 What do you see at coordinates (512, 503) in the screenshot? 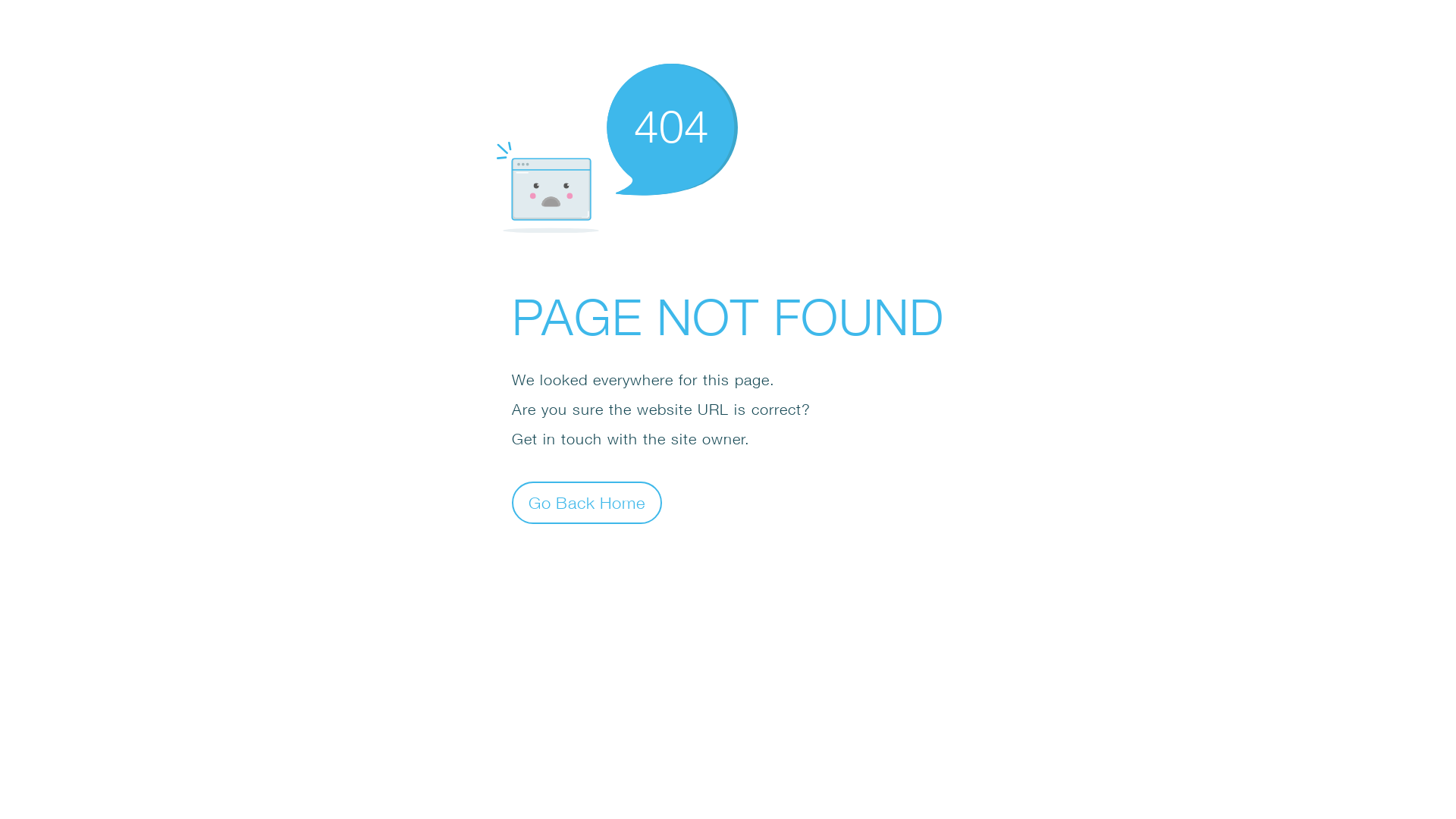
I see `'Go Back Home'` at bounding box center [512, 503].